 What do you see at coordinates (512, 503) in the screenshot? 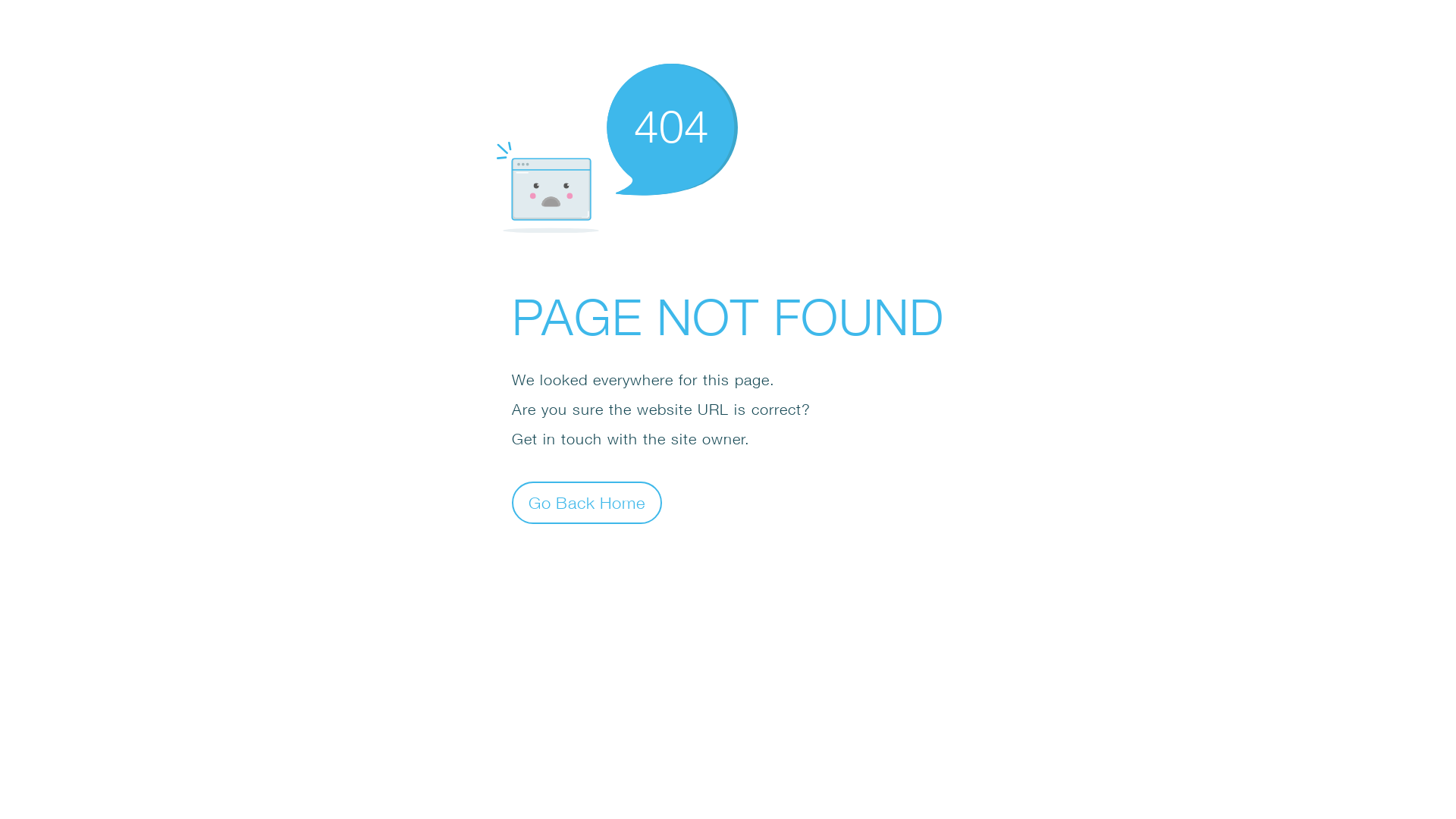
I see `'Go Back Home'` at bounding box center [512, 503].